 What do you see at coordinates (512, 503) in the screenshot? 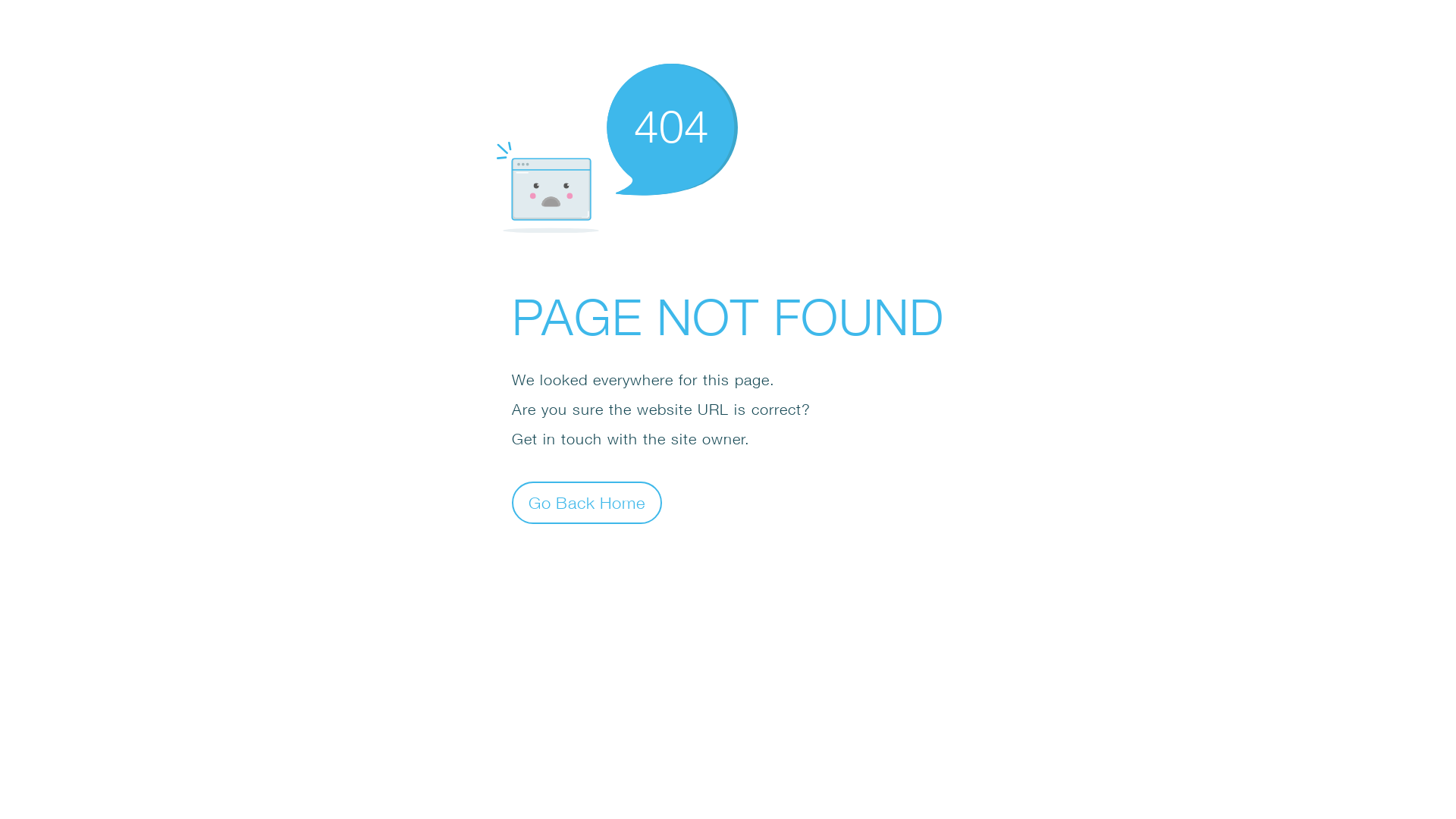
I see `'Go Back Home'` at bounding box center [512, 503].